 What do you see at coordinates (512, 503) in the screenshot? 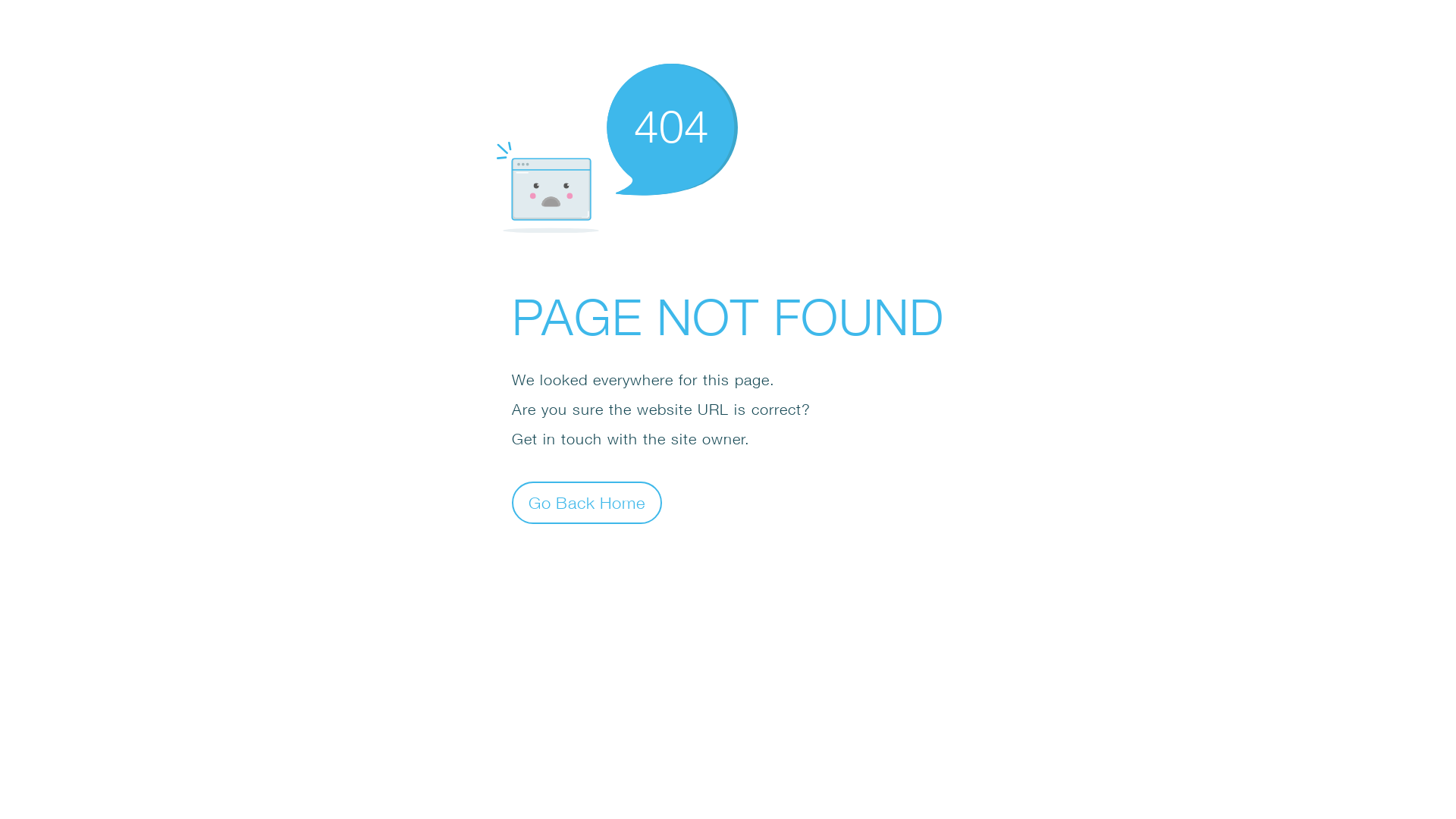
I see `'Go Back Home'` at bounding box center [512, 503].